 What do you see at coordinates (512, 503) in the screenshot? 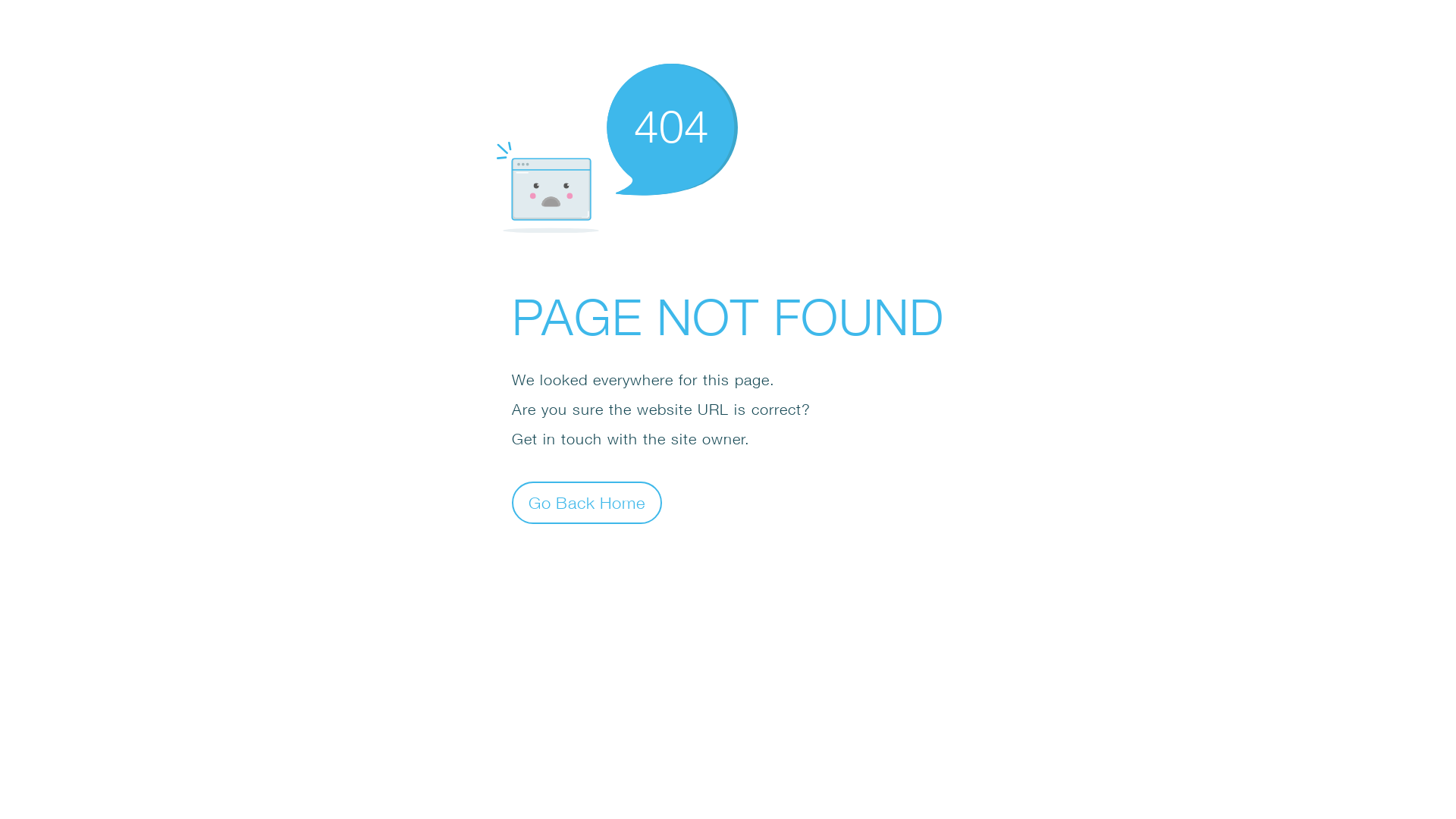
I see `'Go Back Home'` at bounding box center [512, 503].